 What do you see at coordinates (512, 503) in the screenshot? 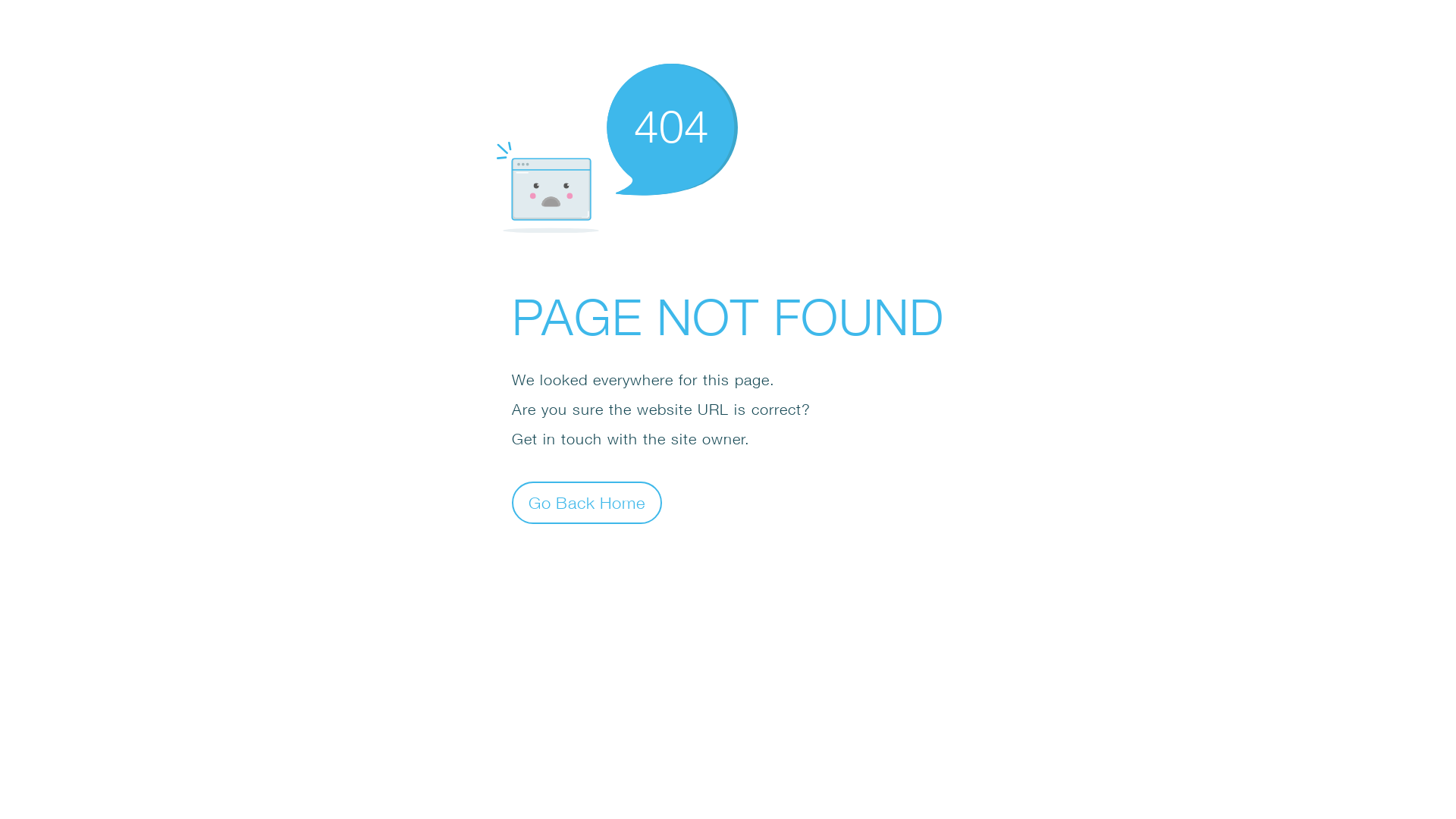
I see `'Go Back Home'` at bounding box center [512, 503].